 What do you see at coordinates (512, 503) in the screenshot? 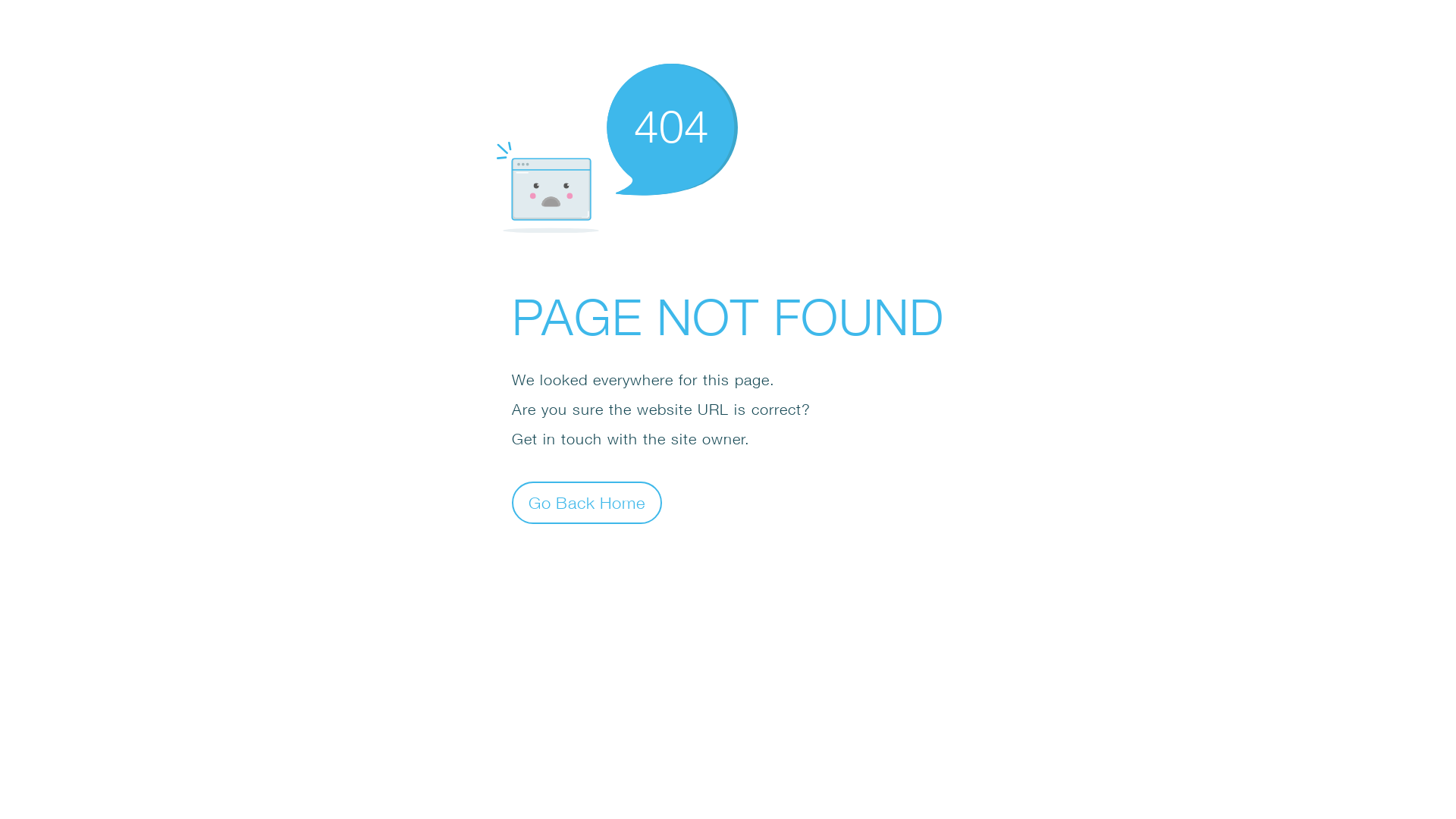
I see `'Go Back Home'` at bounding box center [512, 503].